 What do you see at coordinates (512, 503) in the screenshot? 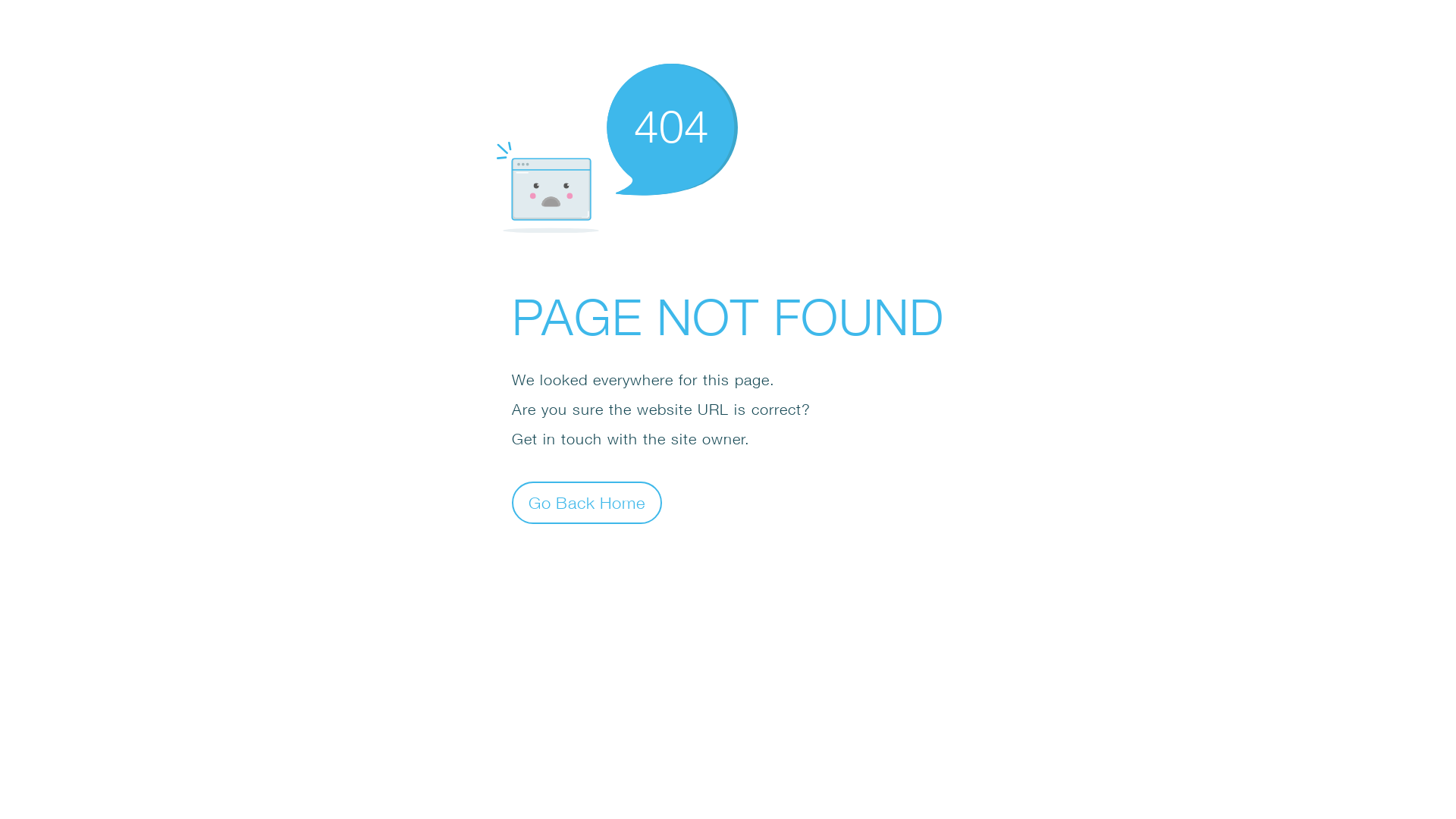
I see `'Go Back Home'` at bounding box center [512, 503].